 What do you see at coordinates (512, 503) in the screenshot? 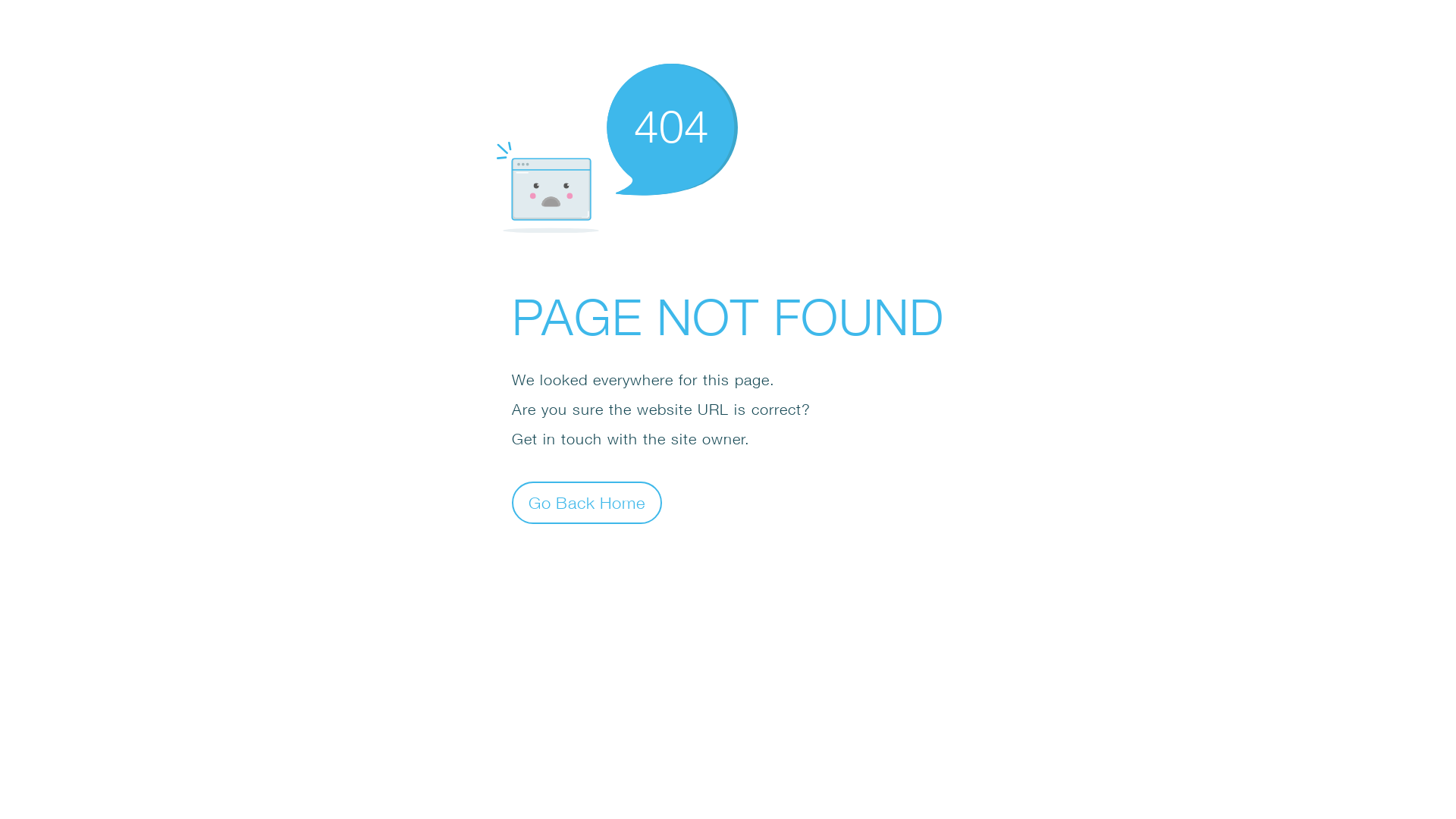
I see `'Go Back Home'` at bounding box center [512, 503].